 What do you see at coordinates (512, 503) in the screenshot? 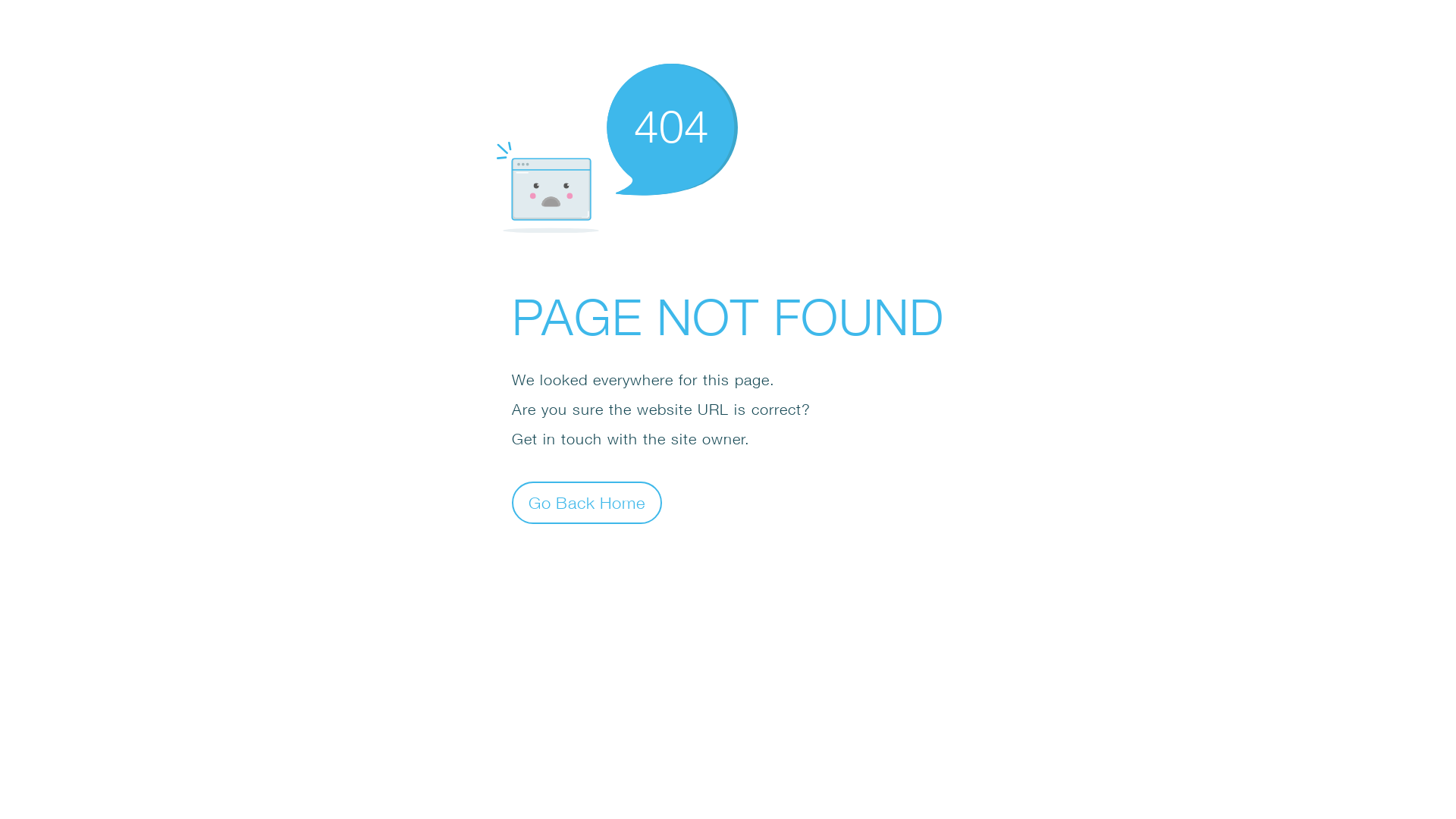
I see `'Go Back Home'` at bounding box center [512, 503].